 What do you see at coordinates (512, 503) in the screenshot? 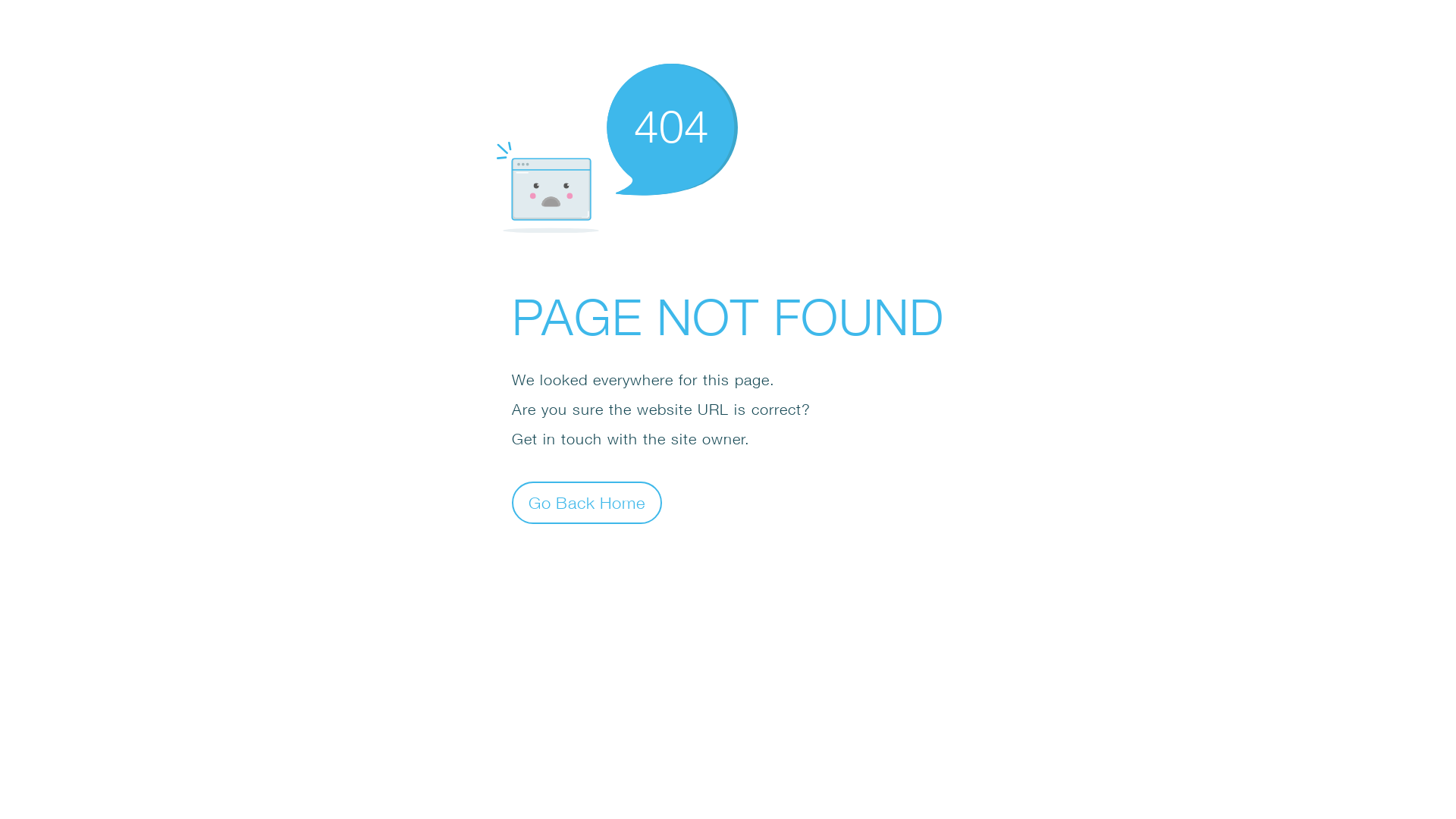
I see `'Go Back Home'` at bounding box center [512, 503].